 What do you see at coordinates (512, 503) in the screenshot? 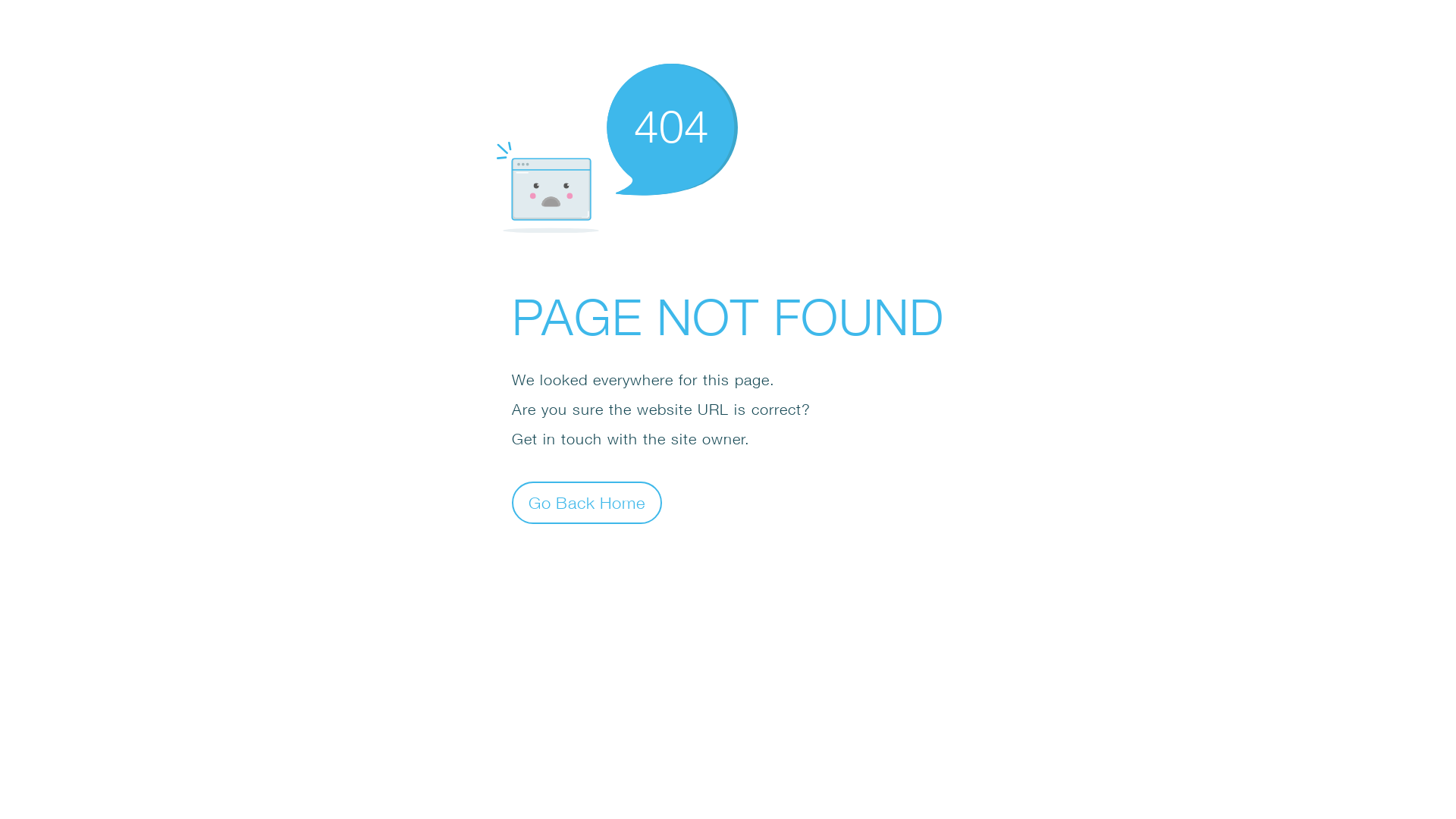
I see `'Go Back Home'` at bounding box center [512, 503].